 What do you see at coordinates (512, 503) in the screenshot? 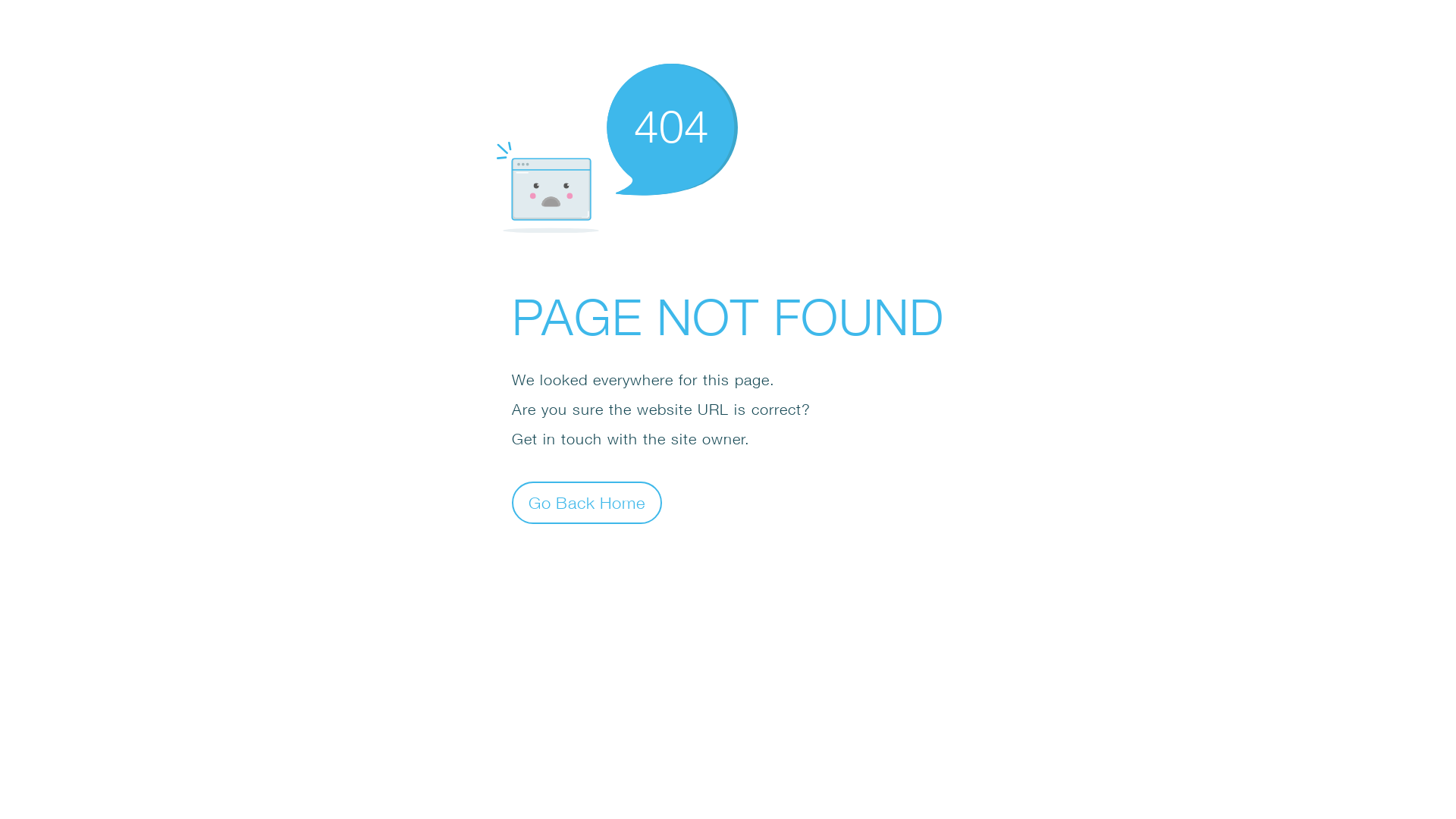
I see `'Go Back Home'` at bounding box center [512, 503].